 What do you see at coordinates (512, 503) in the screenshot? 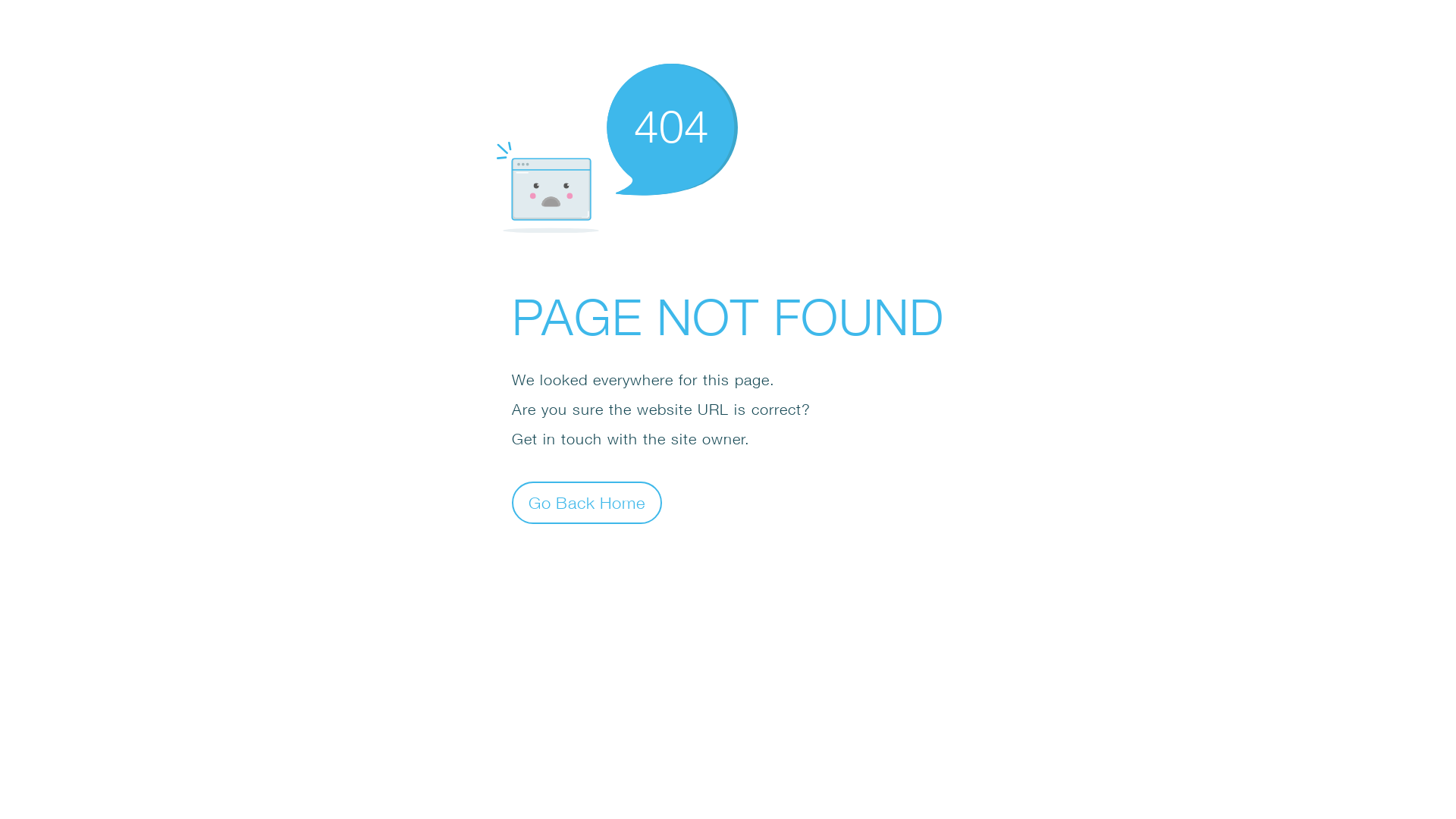
I see `'Go Back Home'` at bounding box center [512, 503].